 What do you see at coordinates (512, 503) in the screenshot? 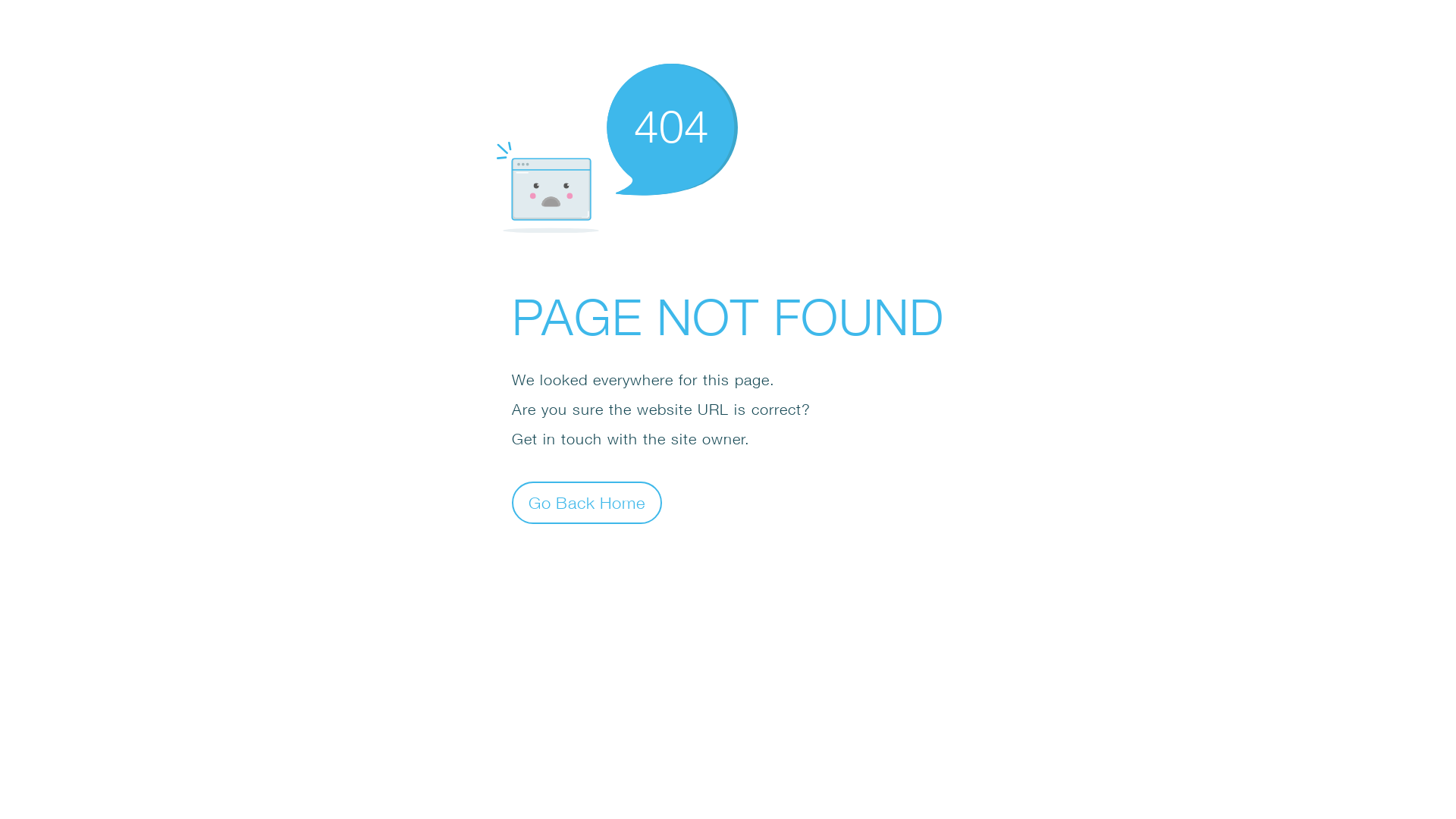
I see `'Go Back Home'` at bounding box center [512, 503].